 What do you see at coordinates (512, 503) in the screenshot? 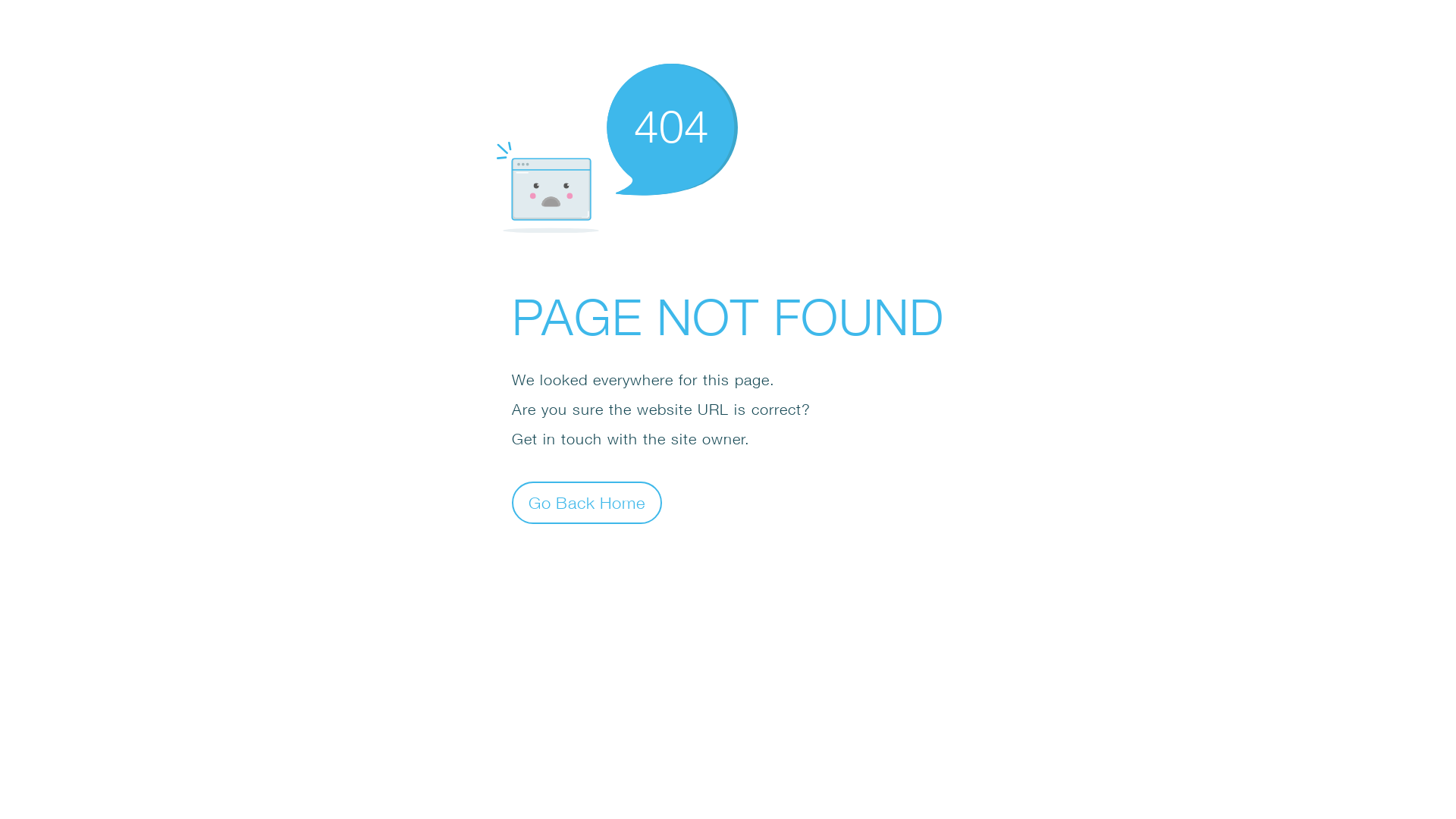
I see `'Go Back Home'` at bounding box center [512, 503].